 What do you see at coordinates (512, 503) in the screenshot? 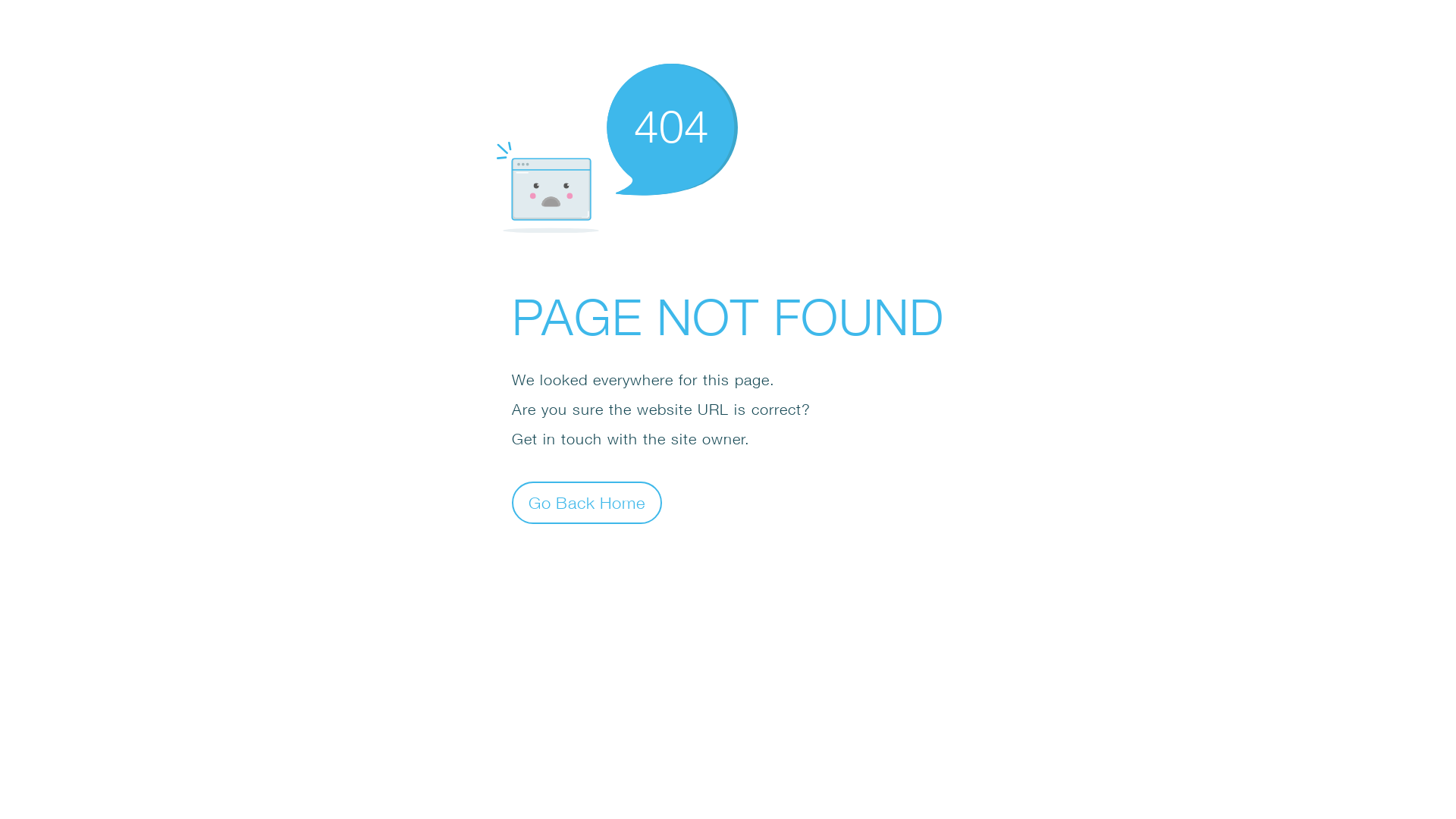
I see `'Go Back Home'` at bounding box center [512, 503].